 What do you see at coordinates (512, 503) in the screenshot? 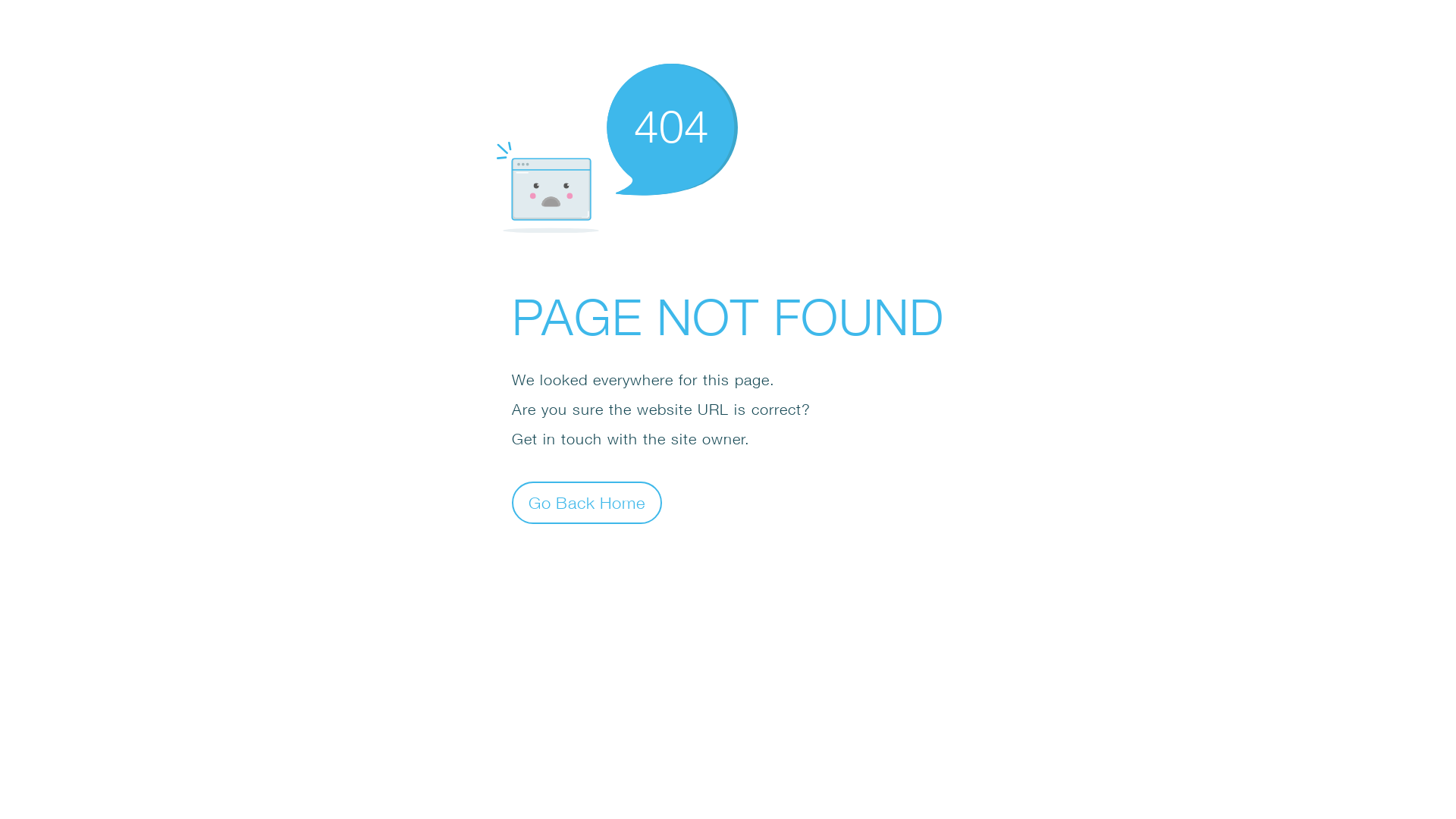
I see `'Go Back Home'` at bounding box center [512, 503].